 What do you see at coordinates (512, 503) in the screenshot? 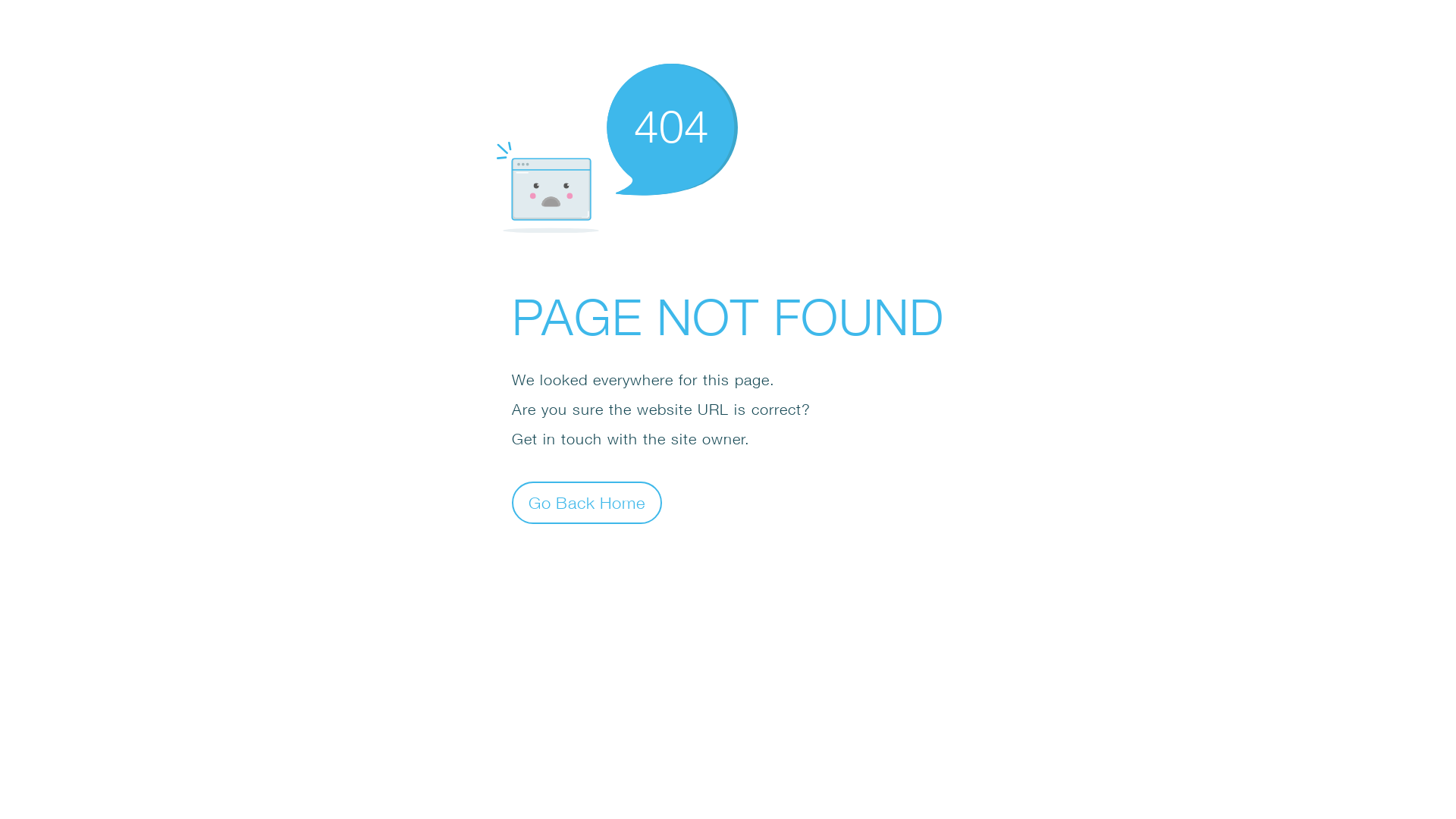
I see `'Go Back Home'` at bounding box center [512, 503].